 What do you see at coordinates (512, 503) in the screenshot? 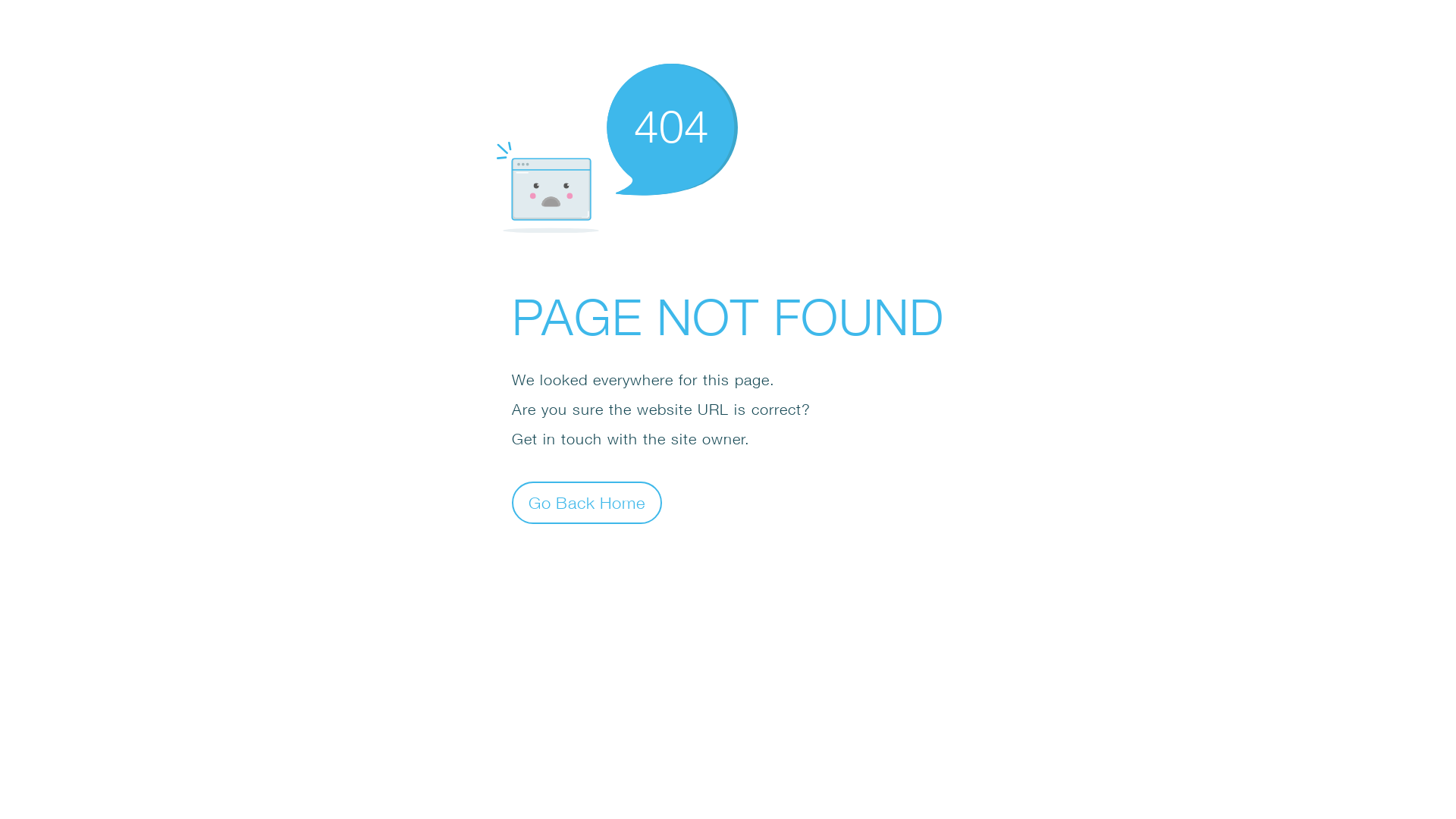
I see `'Go Back Home'` at bounding box center [512, 503].